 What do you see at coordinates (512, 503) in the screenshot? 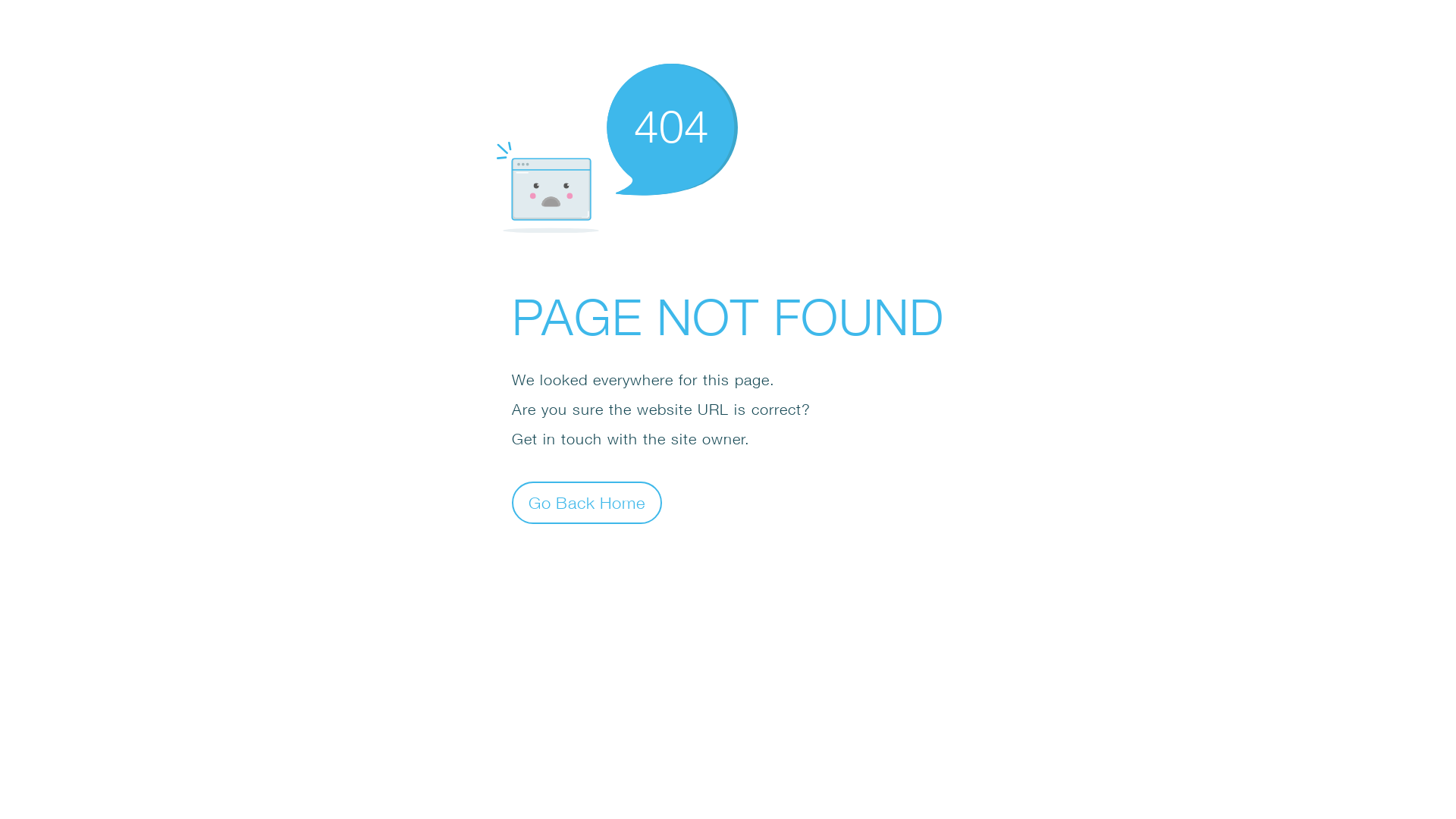
I see `'Go Back Home'` at bounding box center [512, 503].